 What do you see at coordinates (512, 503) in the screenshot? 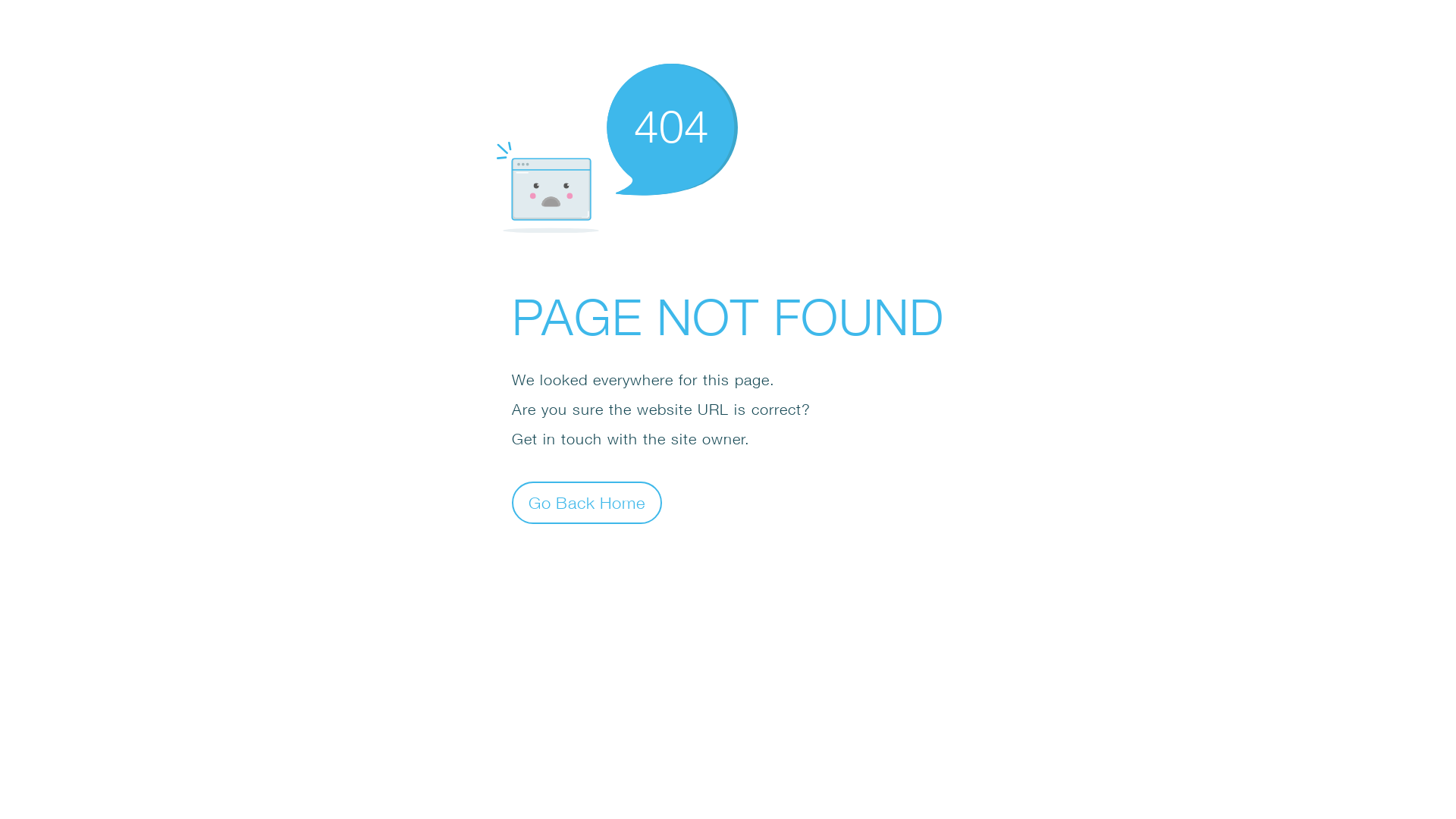
I see `'Go Back Home'` at bounding box center [512, 503].